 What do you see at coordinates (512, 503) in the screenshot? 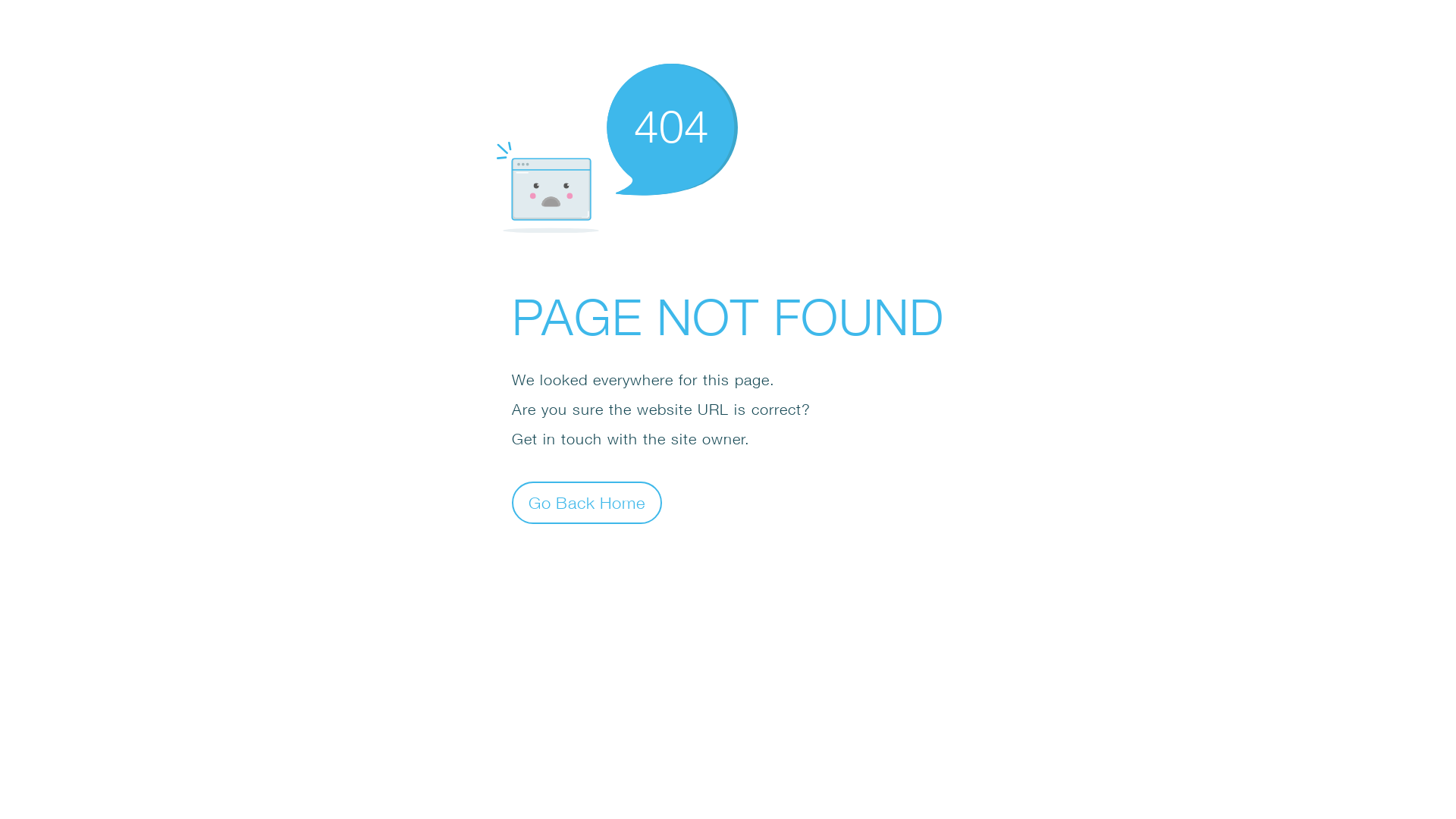
I see `'Go Back Home'` at bounding box center [512, 503].